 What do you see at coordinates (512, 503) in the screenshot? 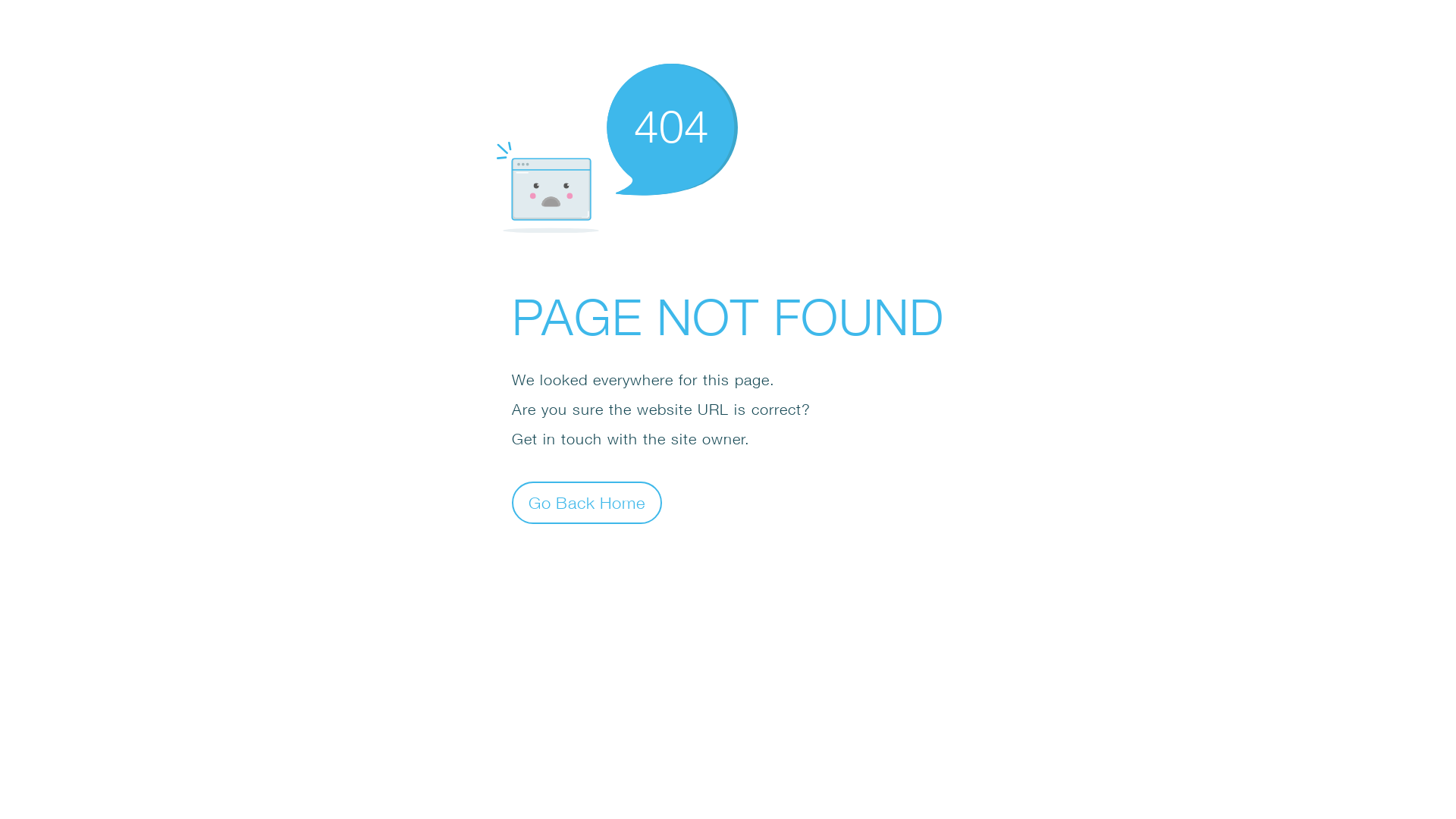
I see `'Go Back Home'` at bounding box center [512, 503].